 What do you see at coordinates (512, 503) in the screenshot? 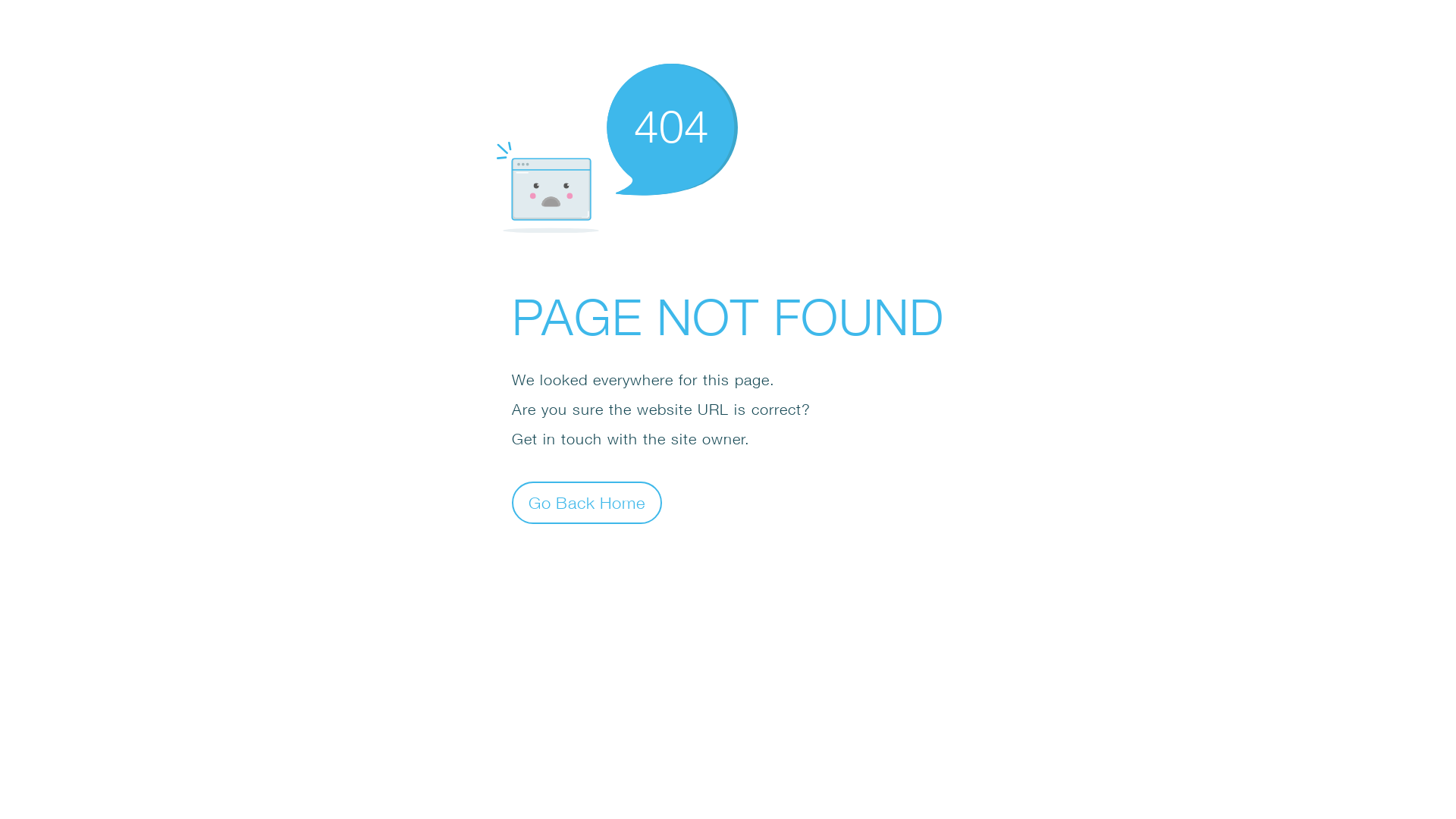
I see `'Go Back Home'` at bounding box center [512, 503].